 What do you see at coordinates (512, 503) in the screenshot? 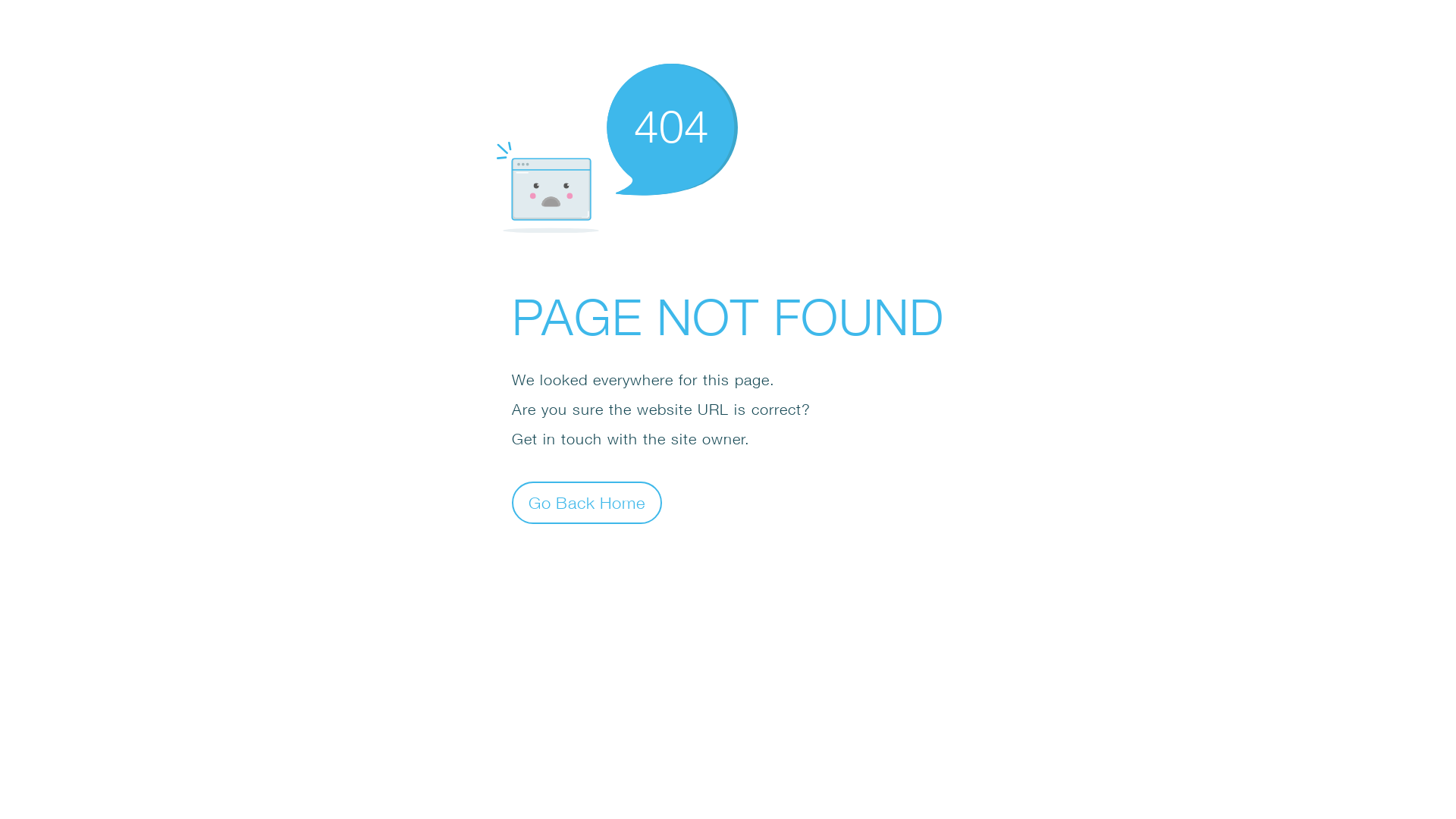
I see `'Go Back Home'` at bounding box center [512, 503].